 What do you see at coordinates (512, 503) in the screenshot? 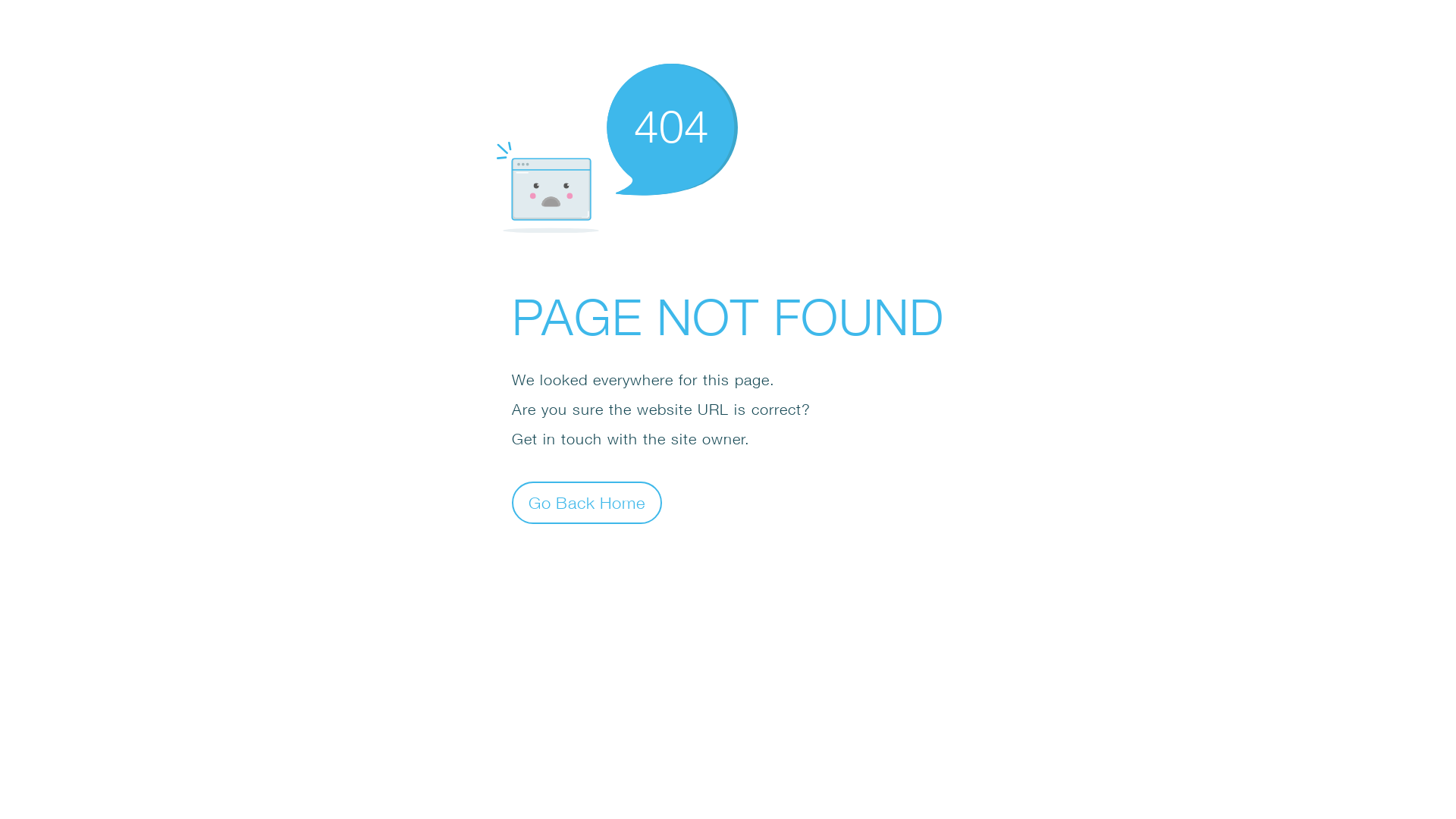
I see `'Go Back Home'` at bounding box center [512, 503].